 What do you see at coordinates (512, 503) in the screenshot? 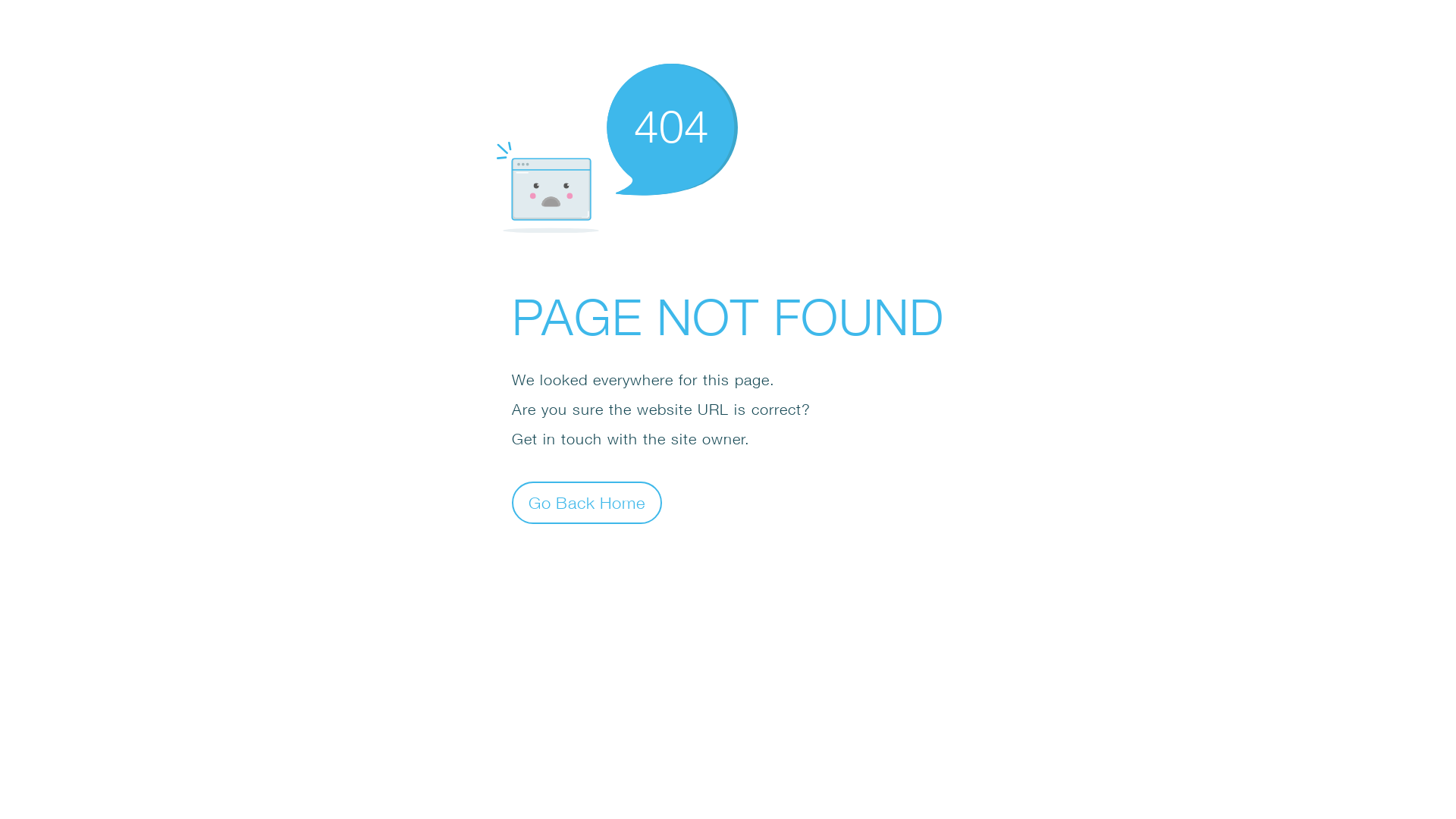
I see `'Go Back Home'` at bounding box center [512, 503].